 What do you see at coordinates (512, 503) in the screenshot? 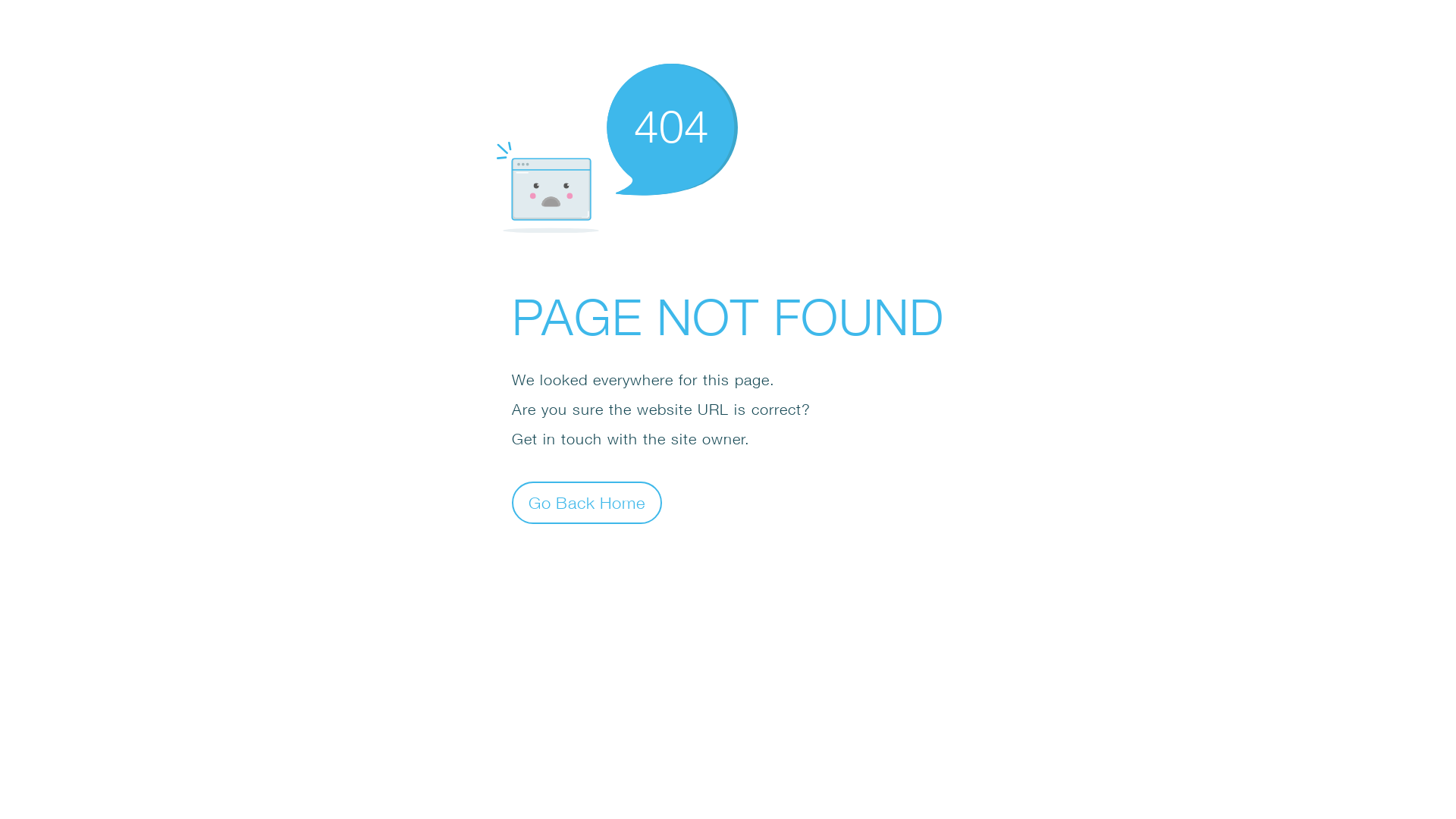
I see `'Go Back Home'` at bounding box center [512, 503].